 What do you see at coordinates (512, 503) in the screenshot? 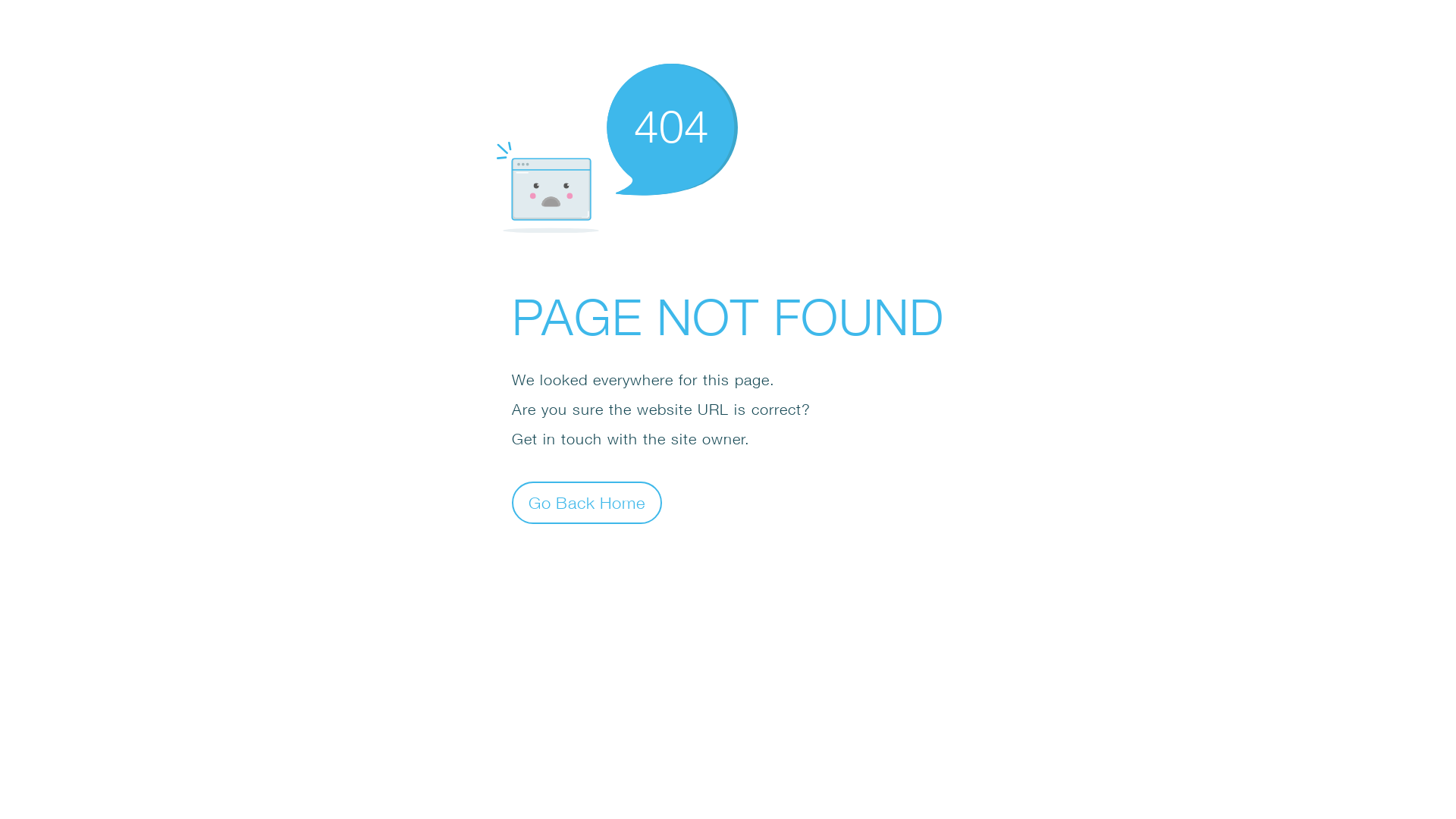
I see `'Go Back Home'` at bounding box center [512, 503].